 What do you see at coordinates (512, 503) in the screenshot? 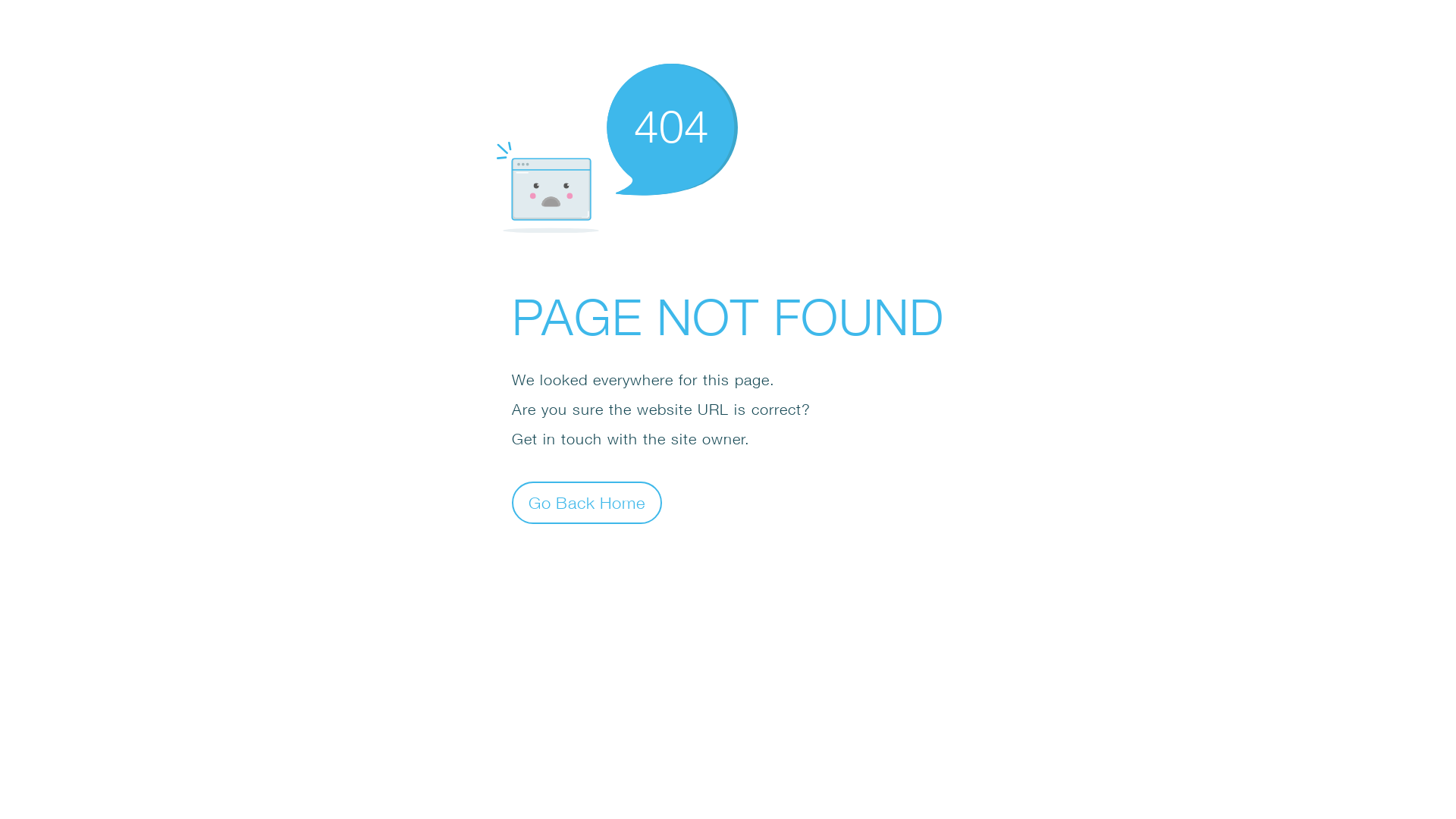
I see `'Go Back Home'` at bounding box center [512, 503].